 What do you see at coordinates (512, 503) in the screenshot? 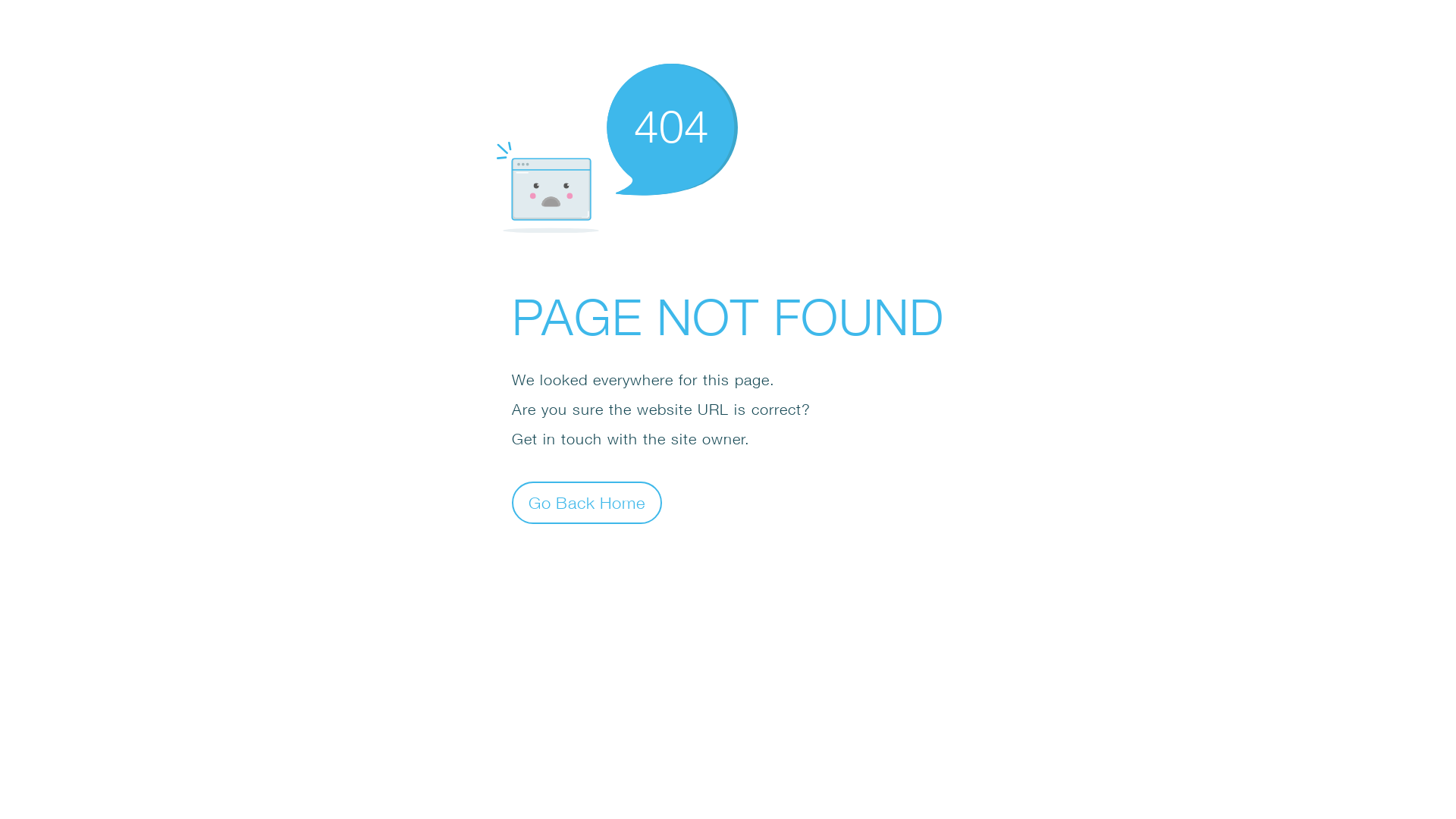
I see `'Go Back Home'` at bounding box center [512, 503].